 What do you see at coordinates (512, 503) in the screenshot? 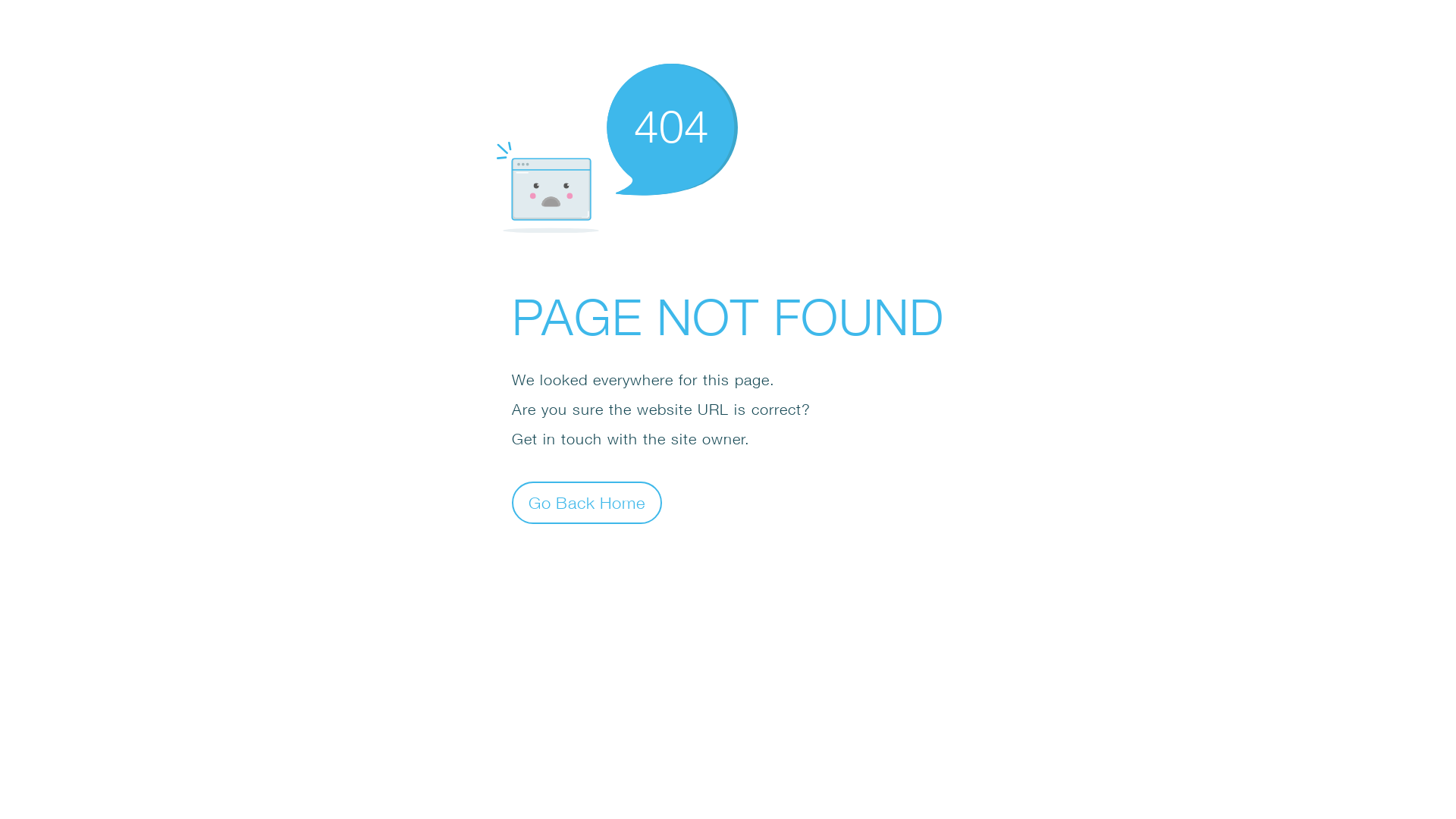
I see `'Go Back Home'` at bounding box center [512, 503].